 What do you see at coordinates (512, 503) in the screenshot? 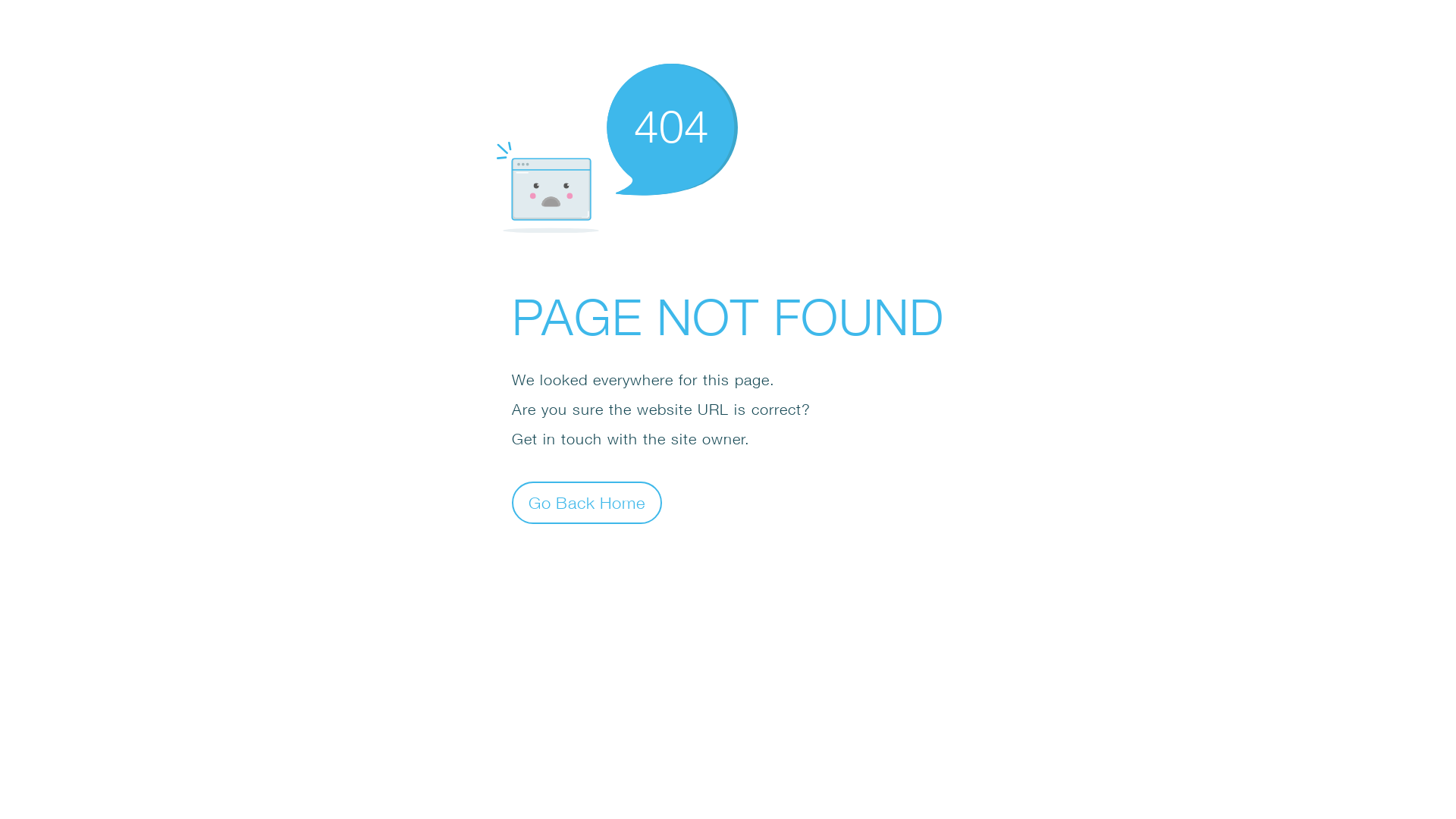
I see `'Go Back Home'` at bounding box center [512, 503].